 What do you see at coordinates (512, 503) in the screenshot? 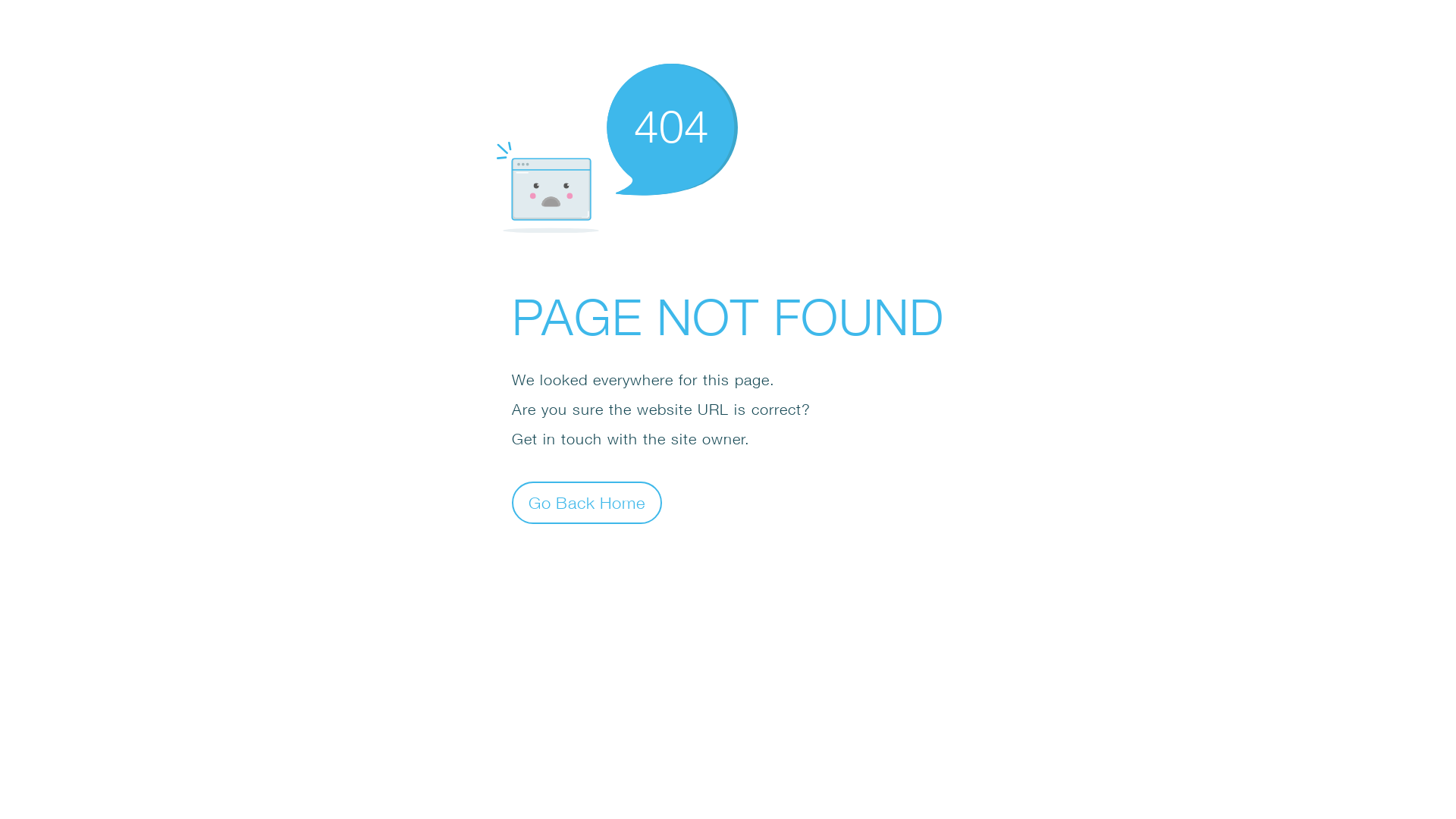
I see `'Go Back Home'` at bounding box center [512, 503].